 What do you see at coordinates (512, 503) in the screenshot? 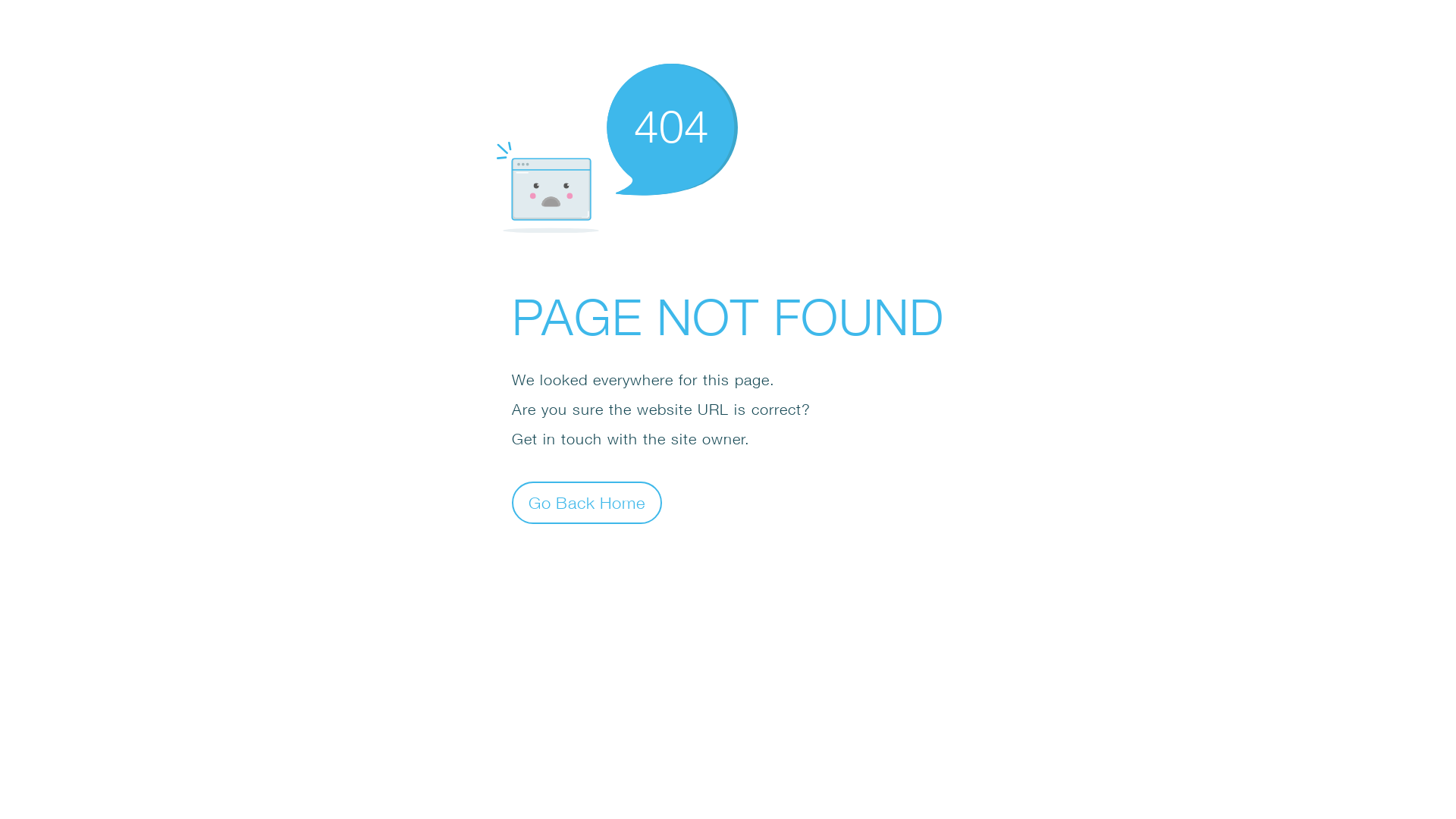
I see `'Go Back Home'` at bounding box center [512, 503].